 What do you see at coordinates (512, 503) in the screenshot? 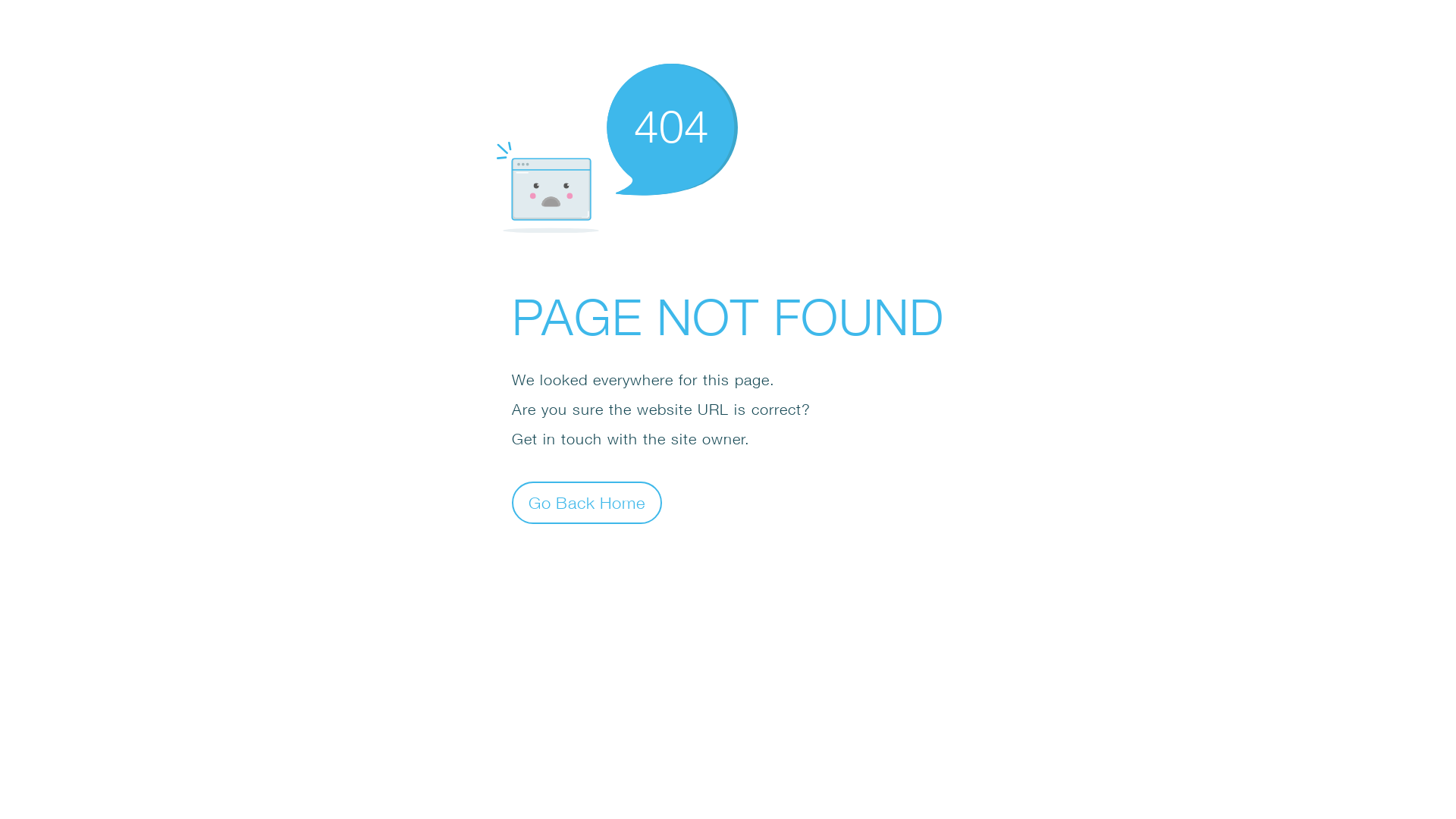
I see `'Go Back Home'` at bounding box center [512, 503].